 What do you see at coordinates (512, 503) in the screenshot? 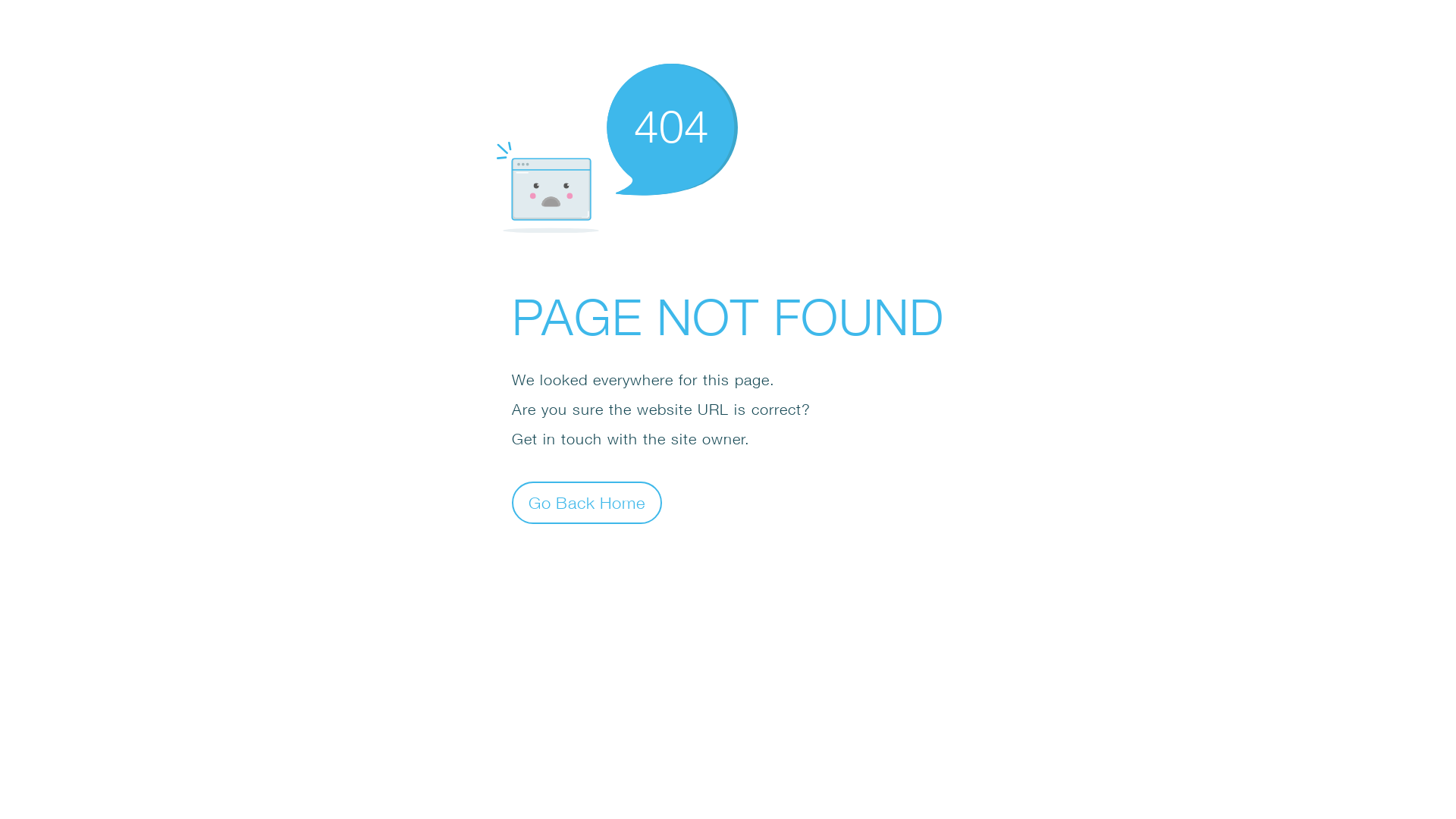
I see `'Go Back Home'` at bounding box center [512, 503].